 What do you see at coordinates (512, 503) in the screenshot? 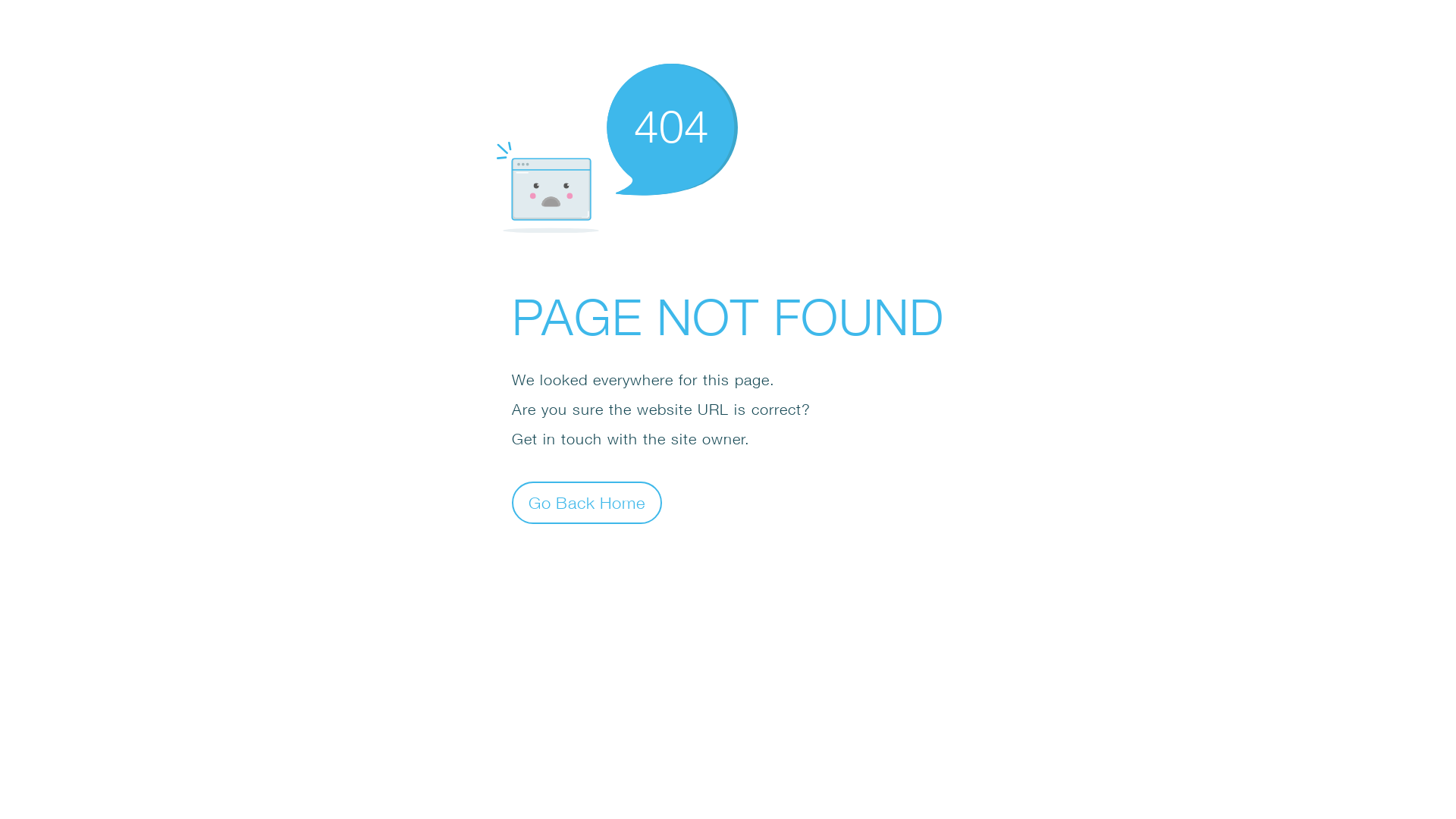
I see `'Go Back Home'` at bounding box center [512, 503].